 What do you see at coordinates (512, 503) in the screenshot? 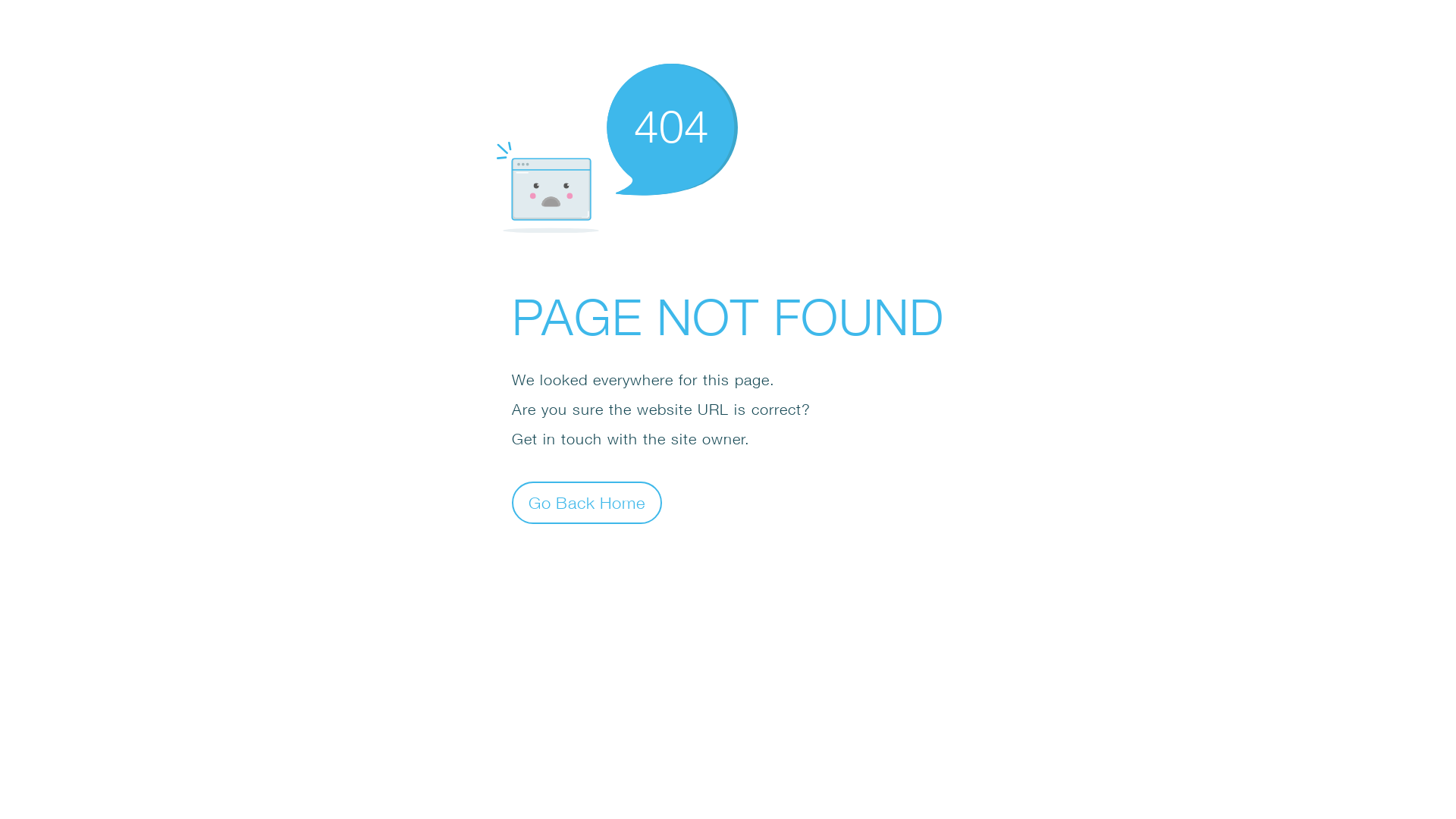
I see `'Go Back Home'` at bounding box center [512, 503].